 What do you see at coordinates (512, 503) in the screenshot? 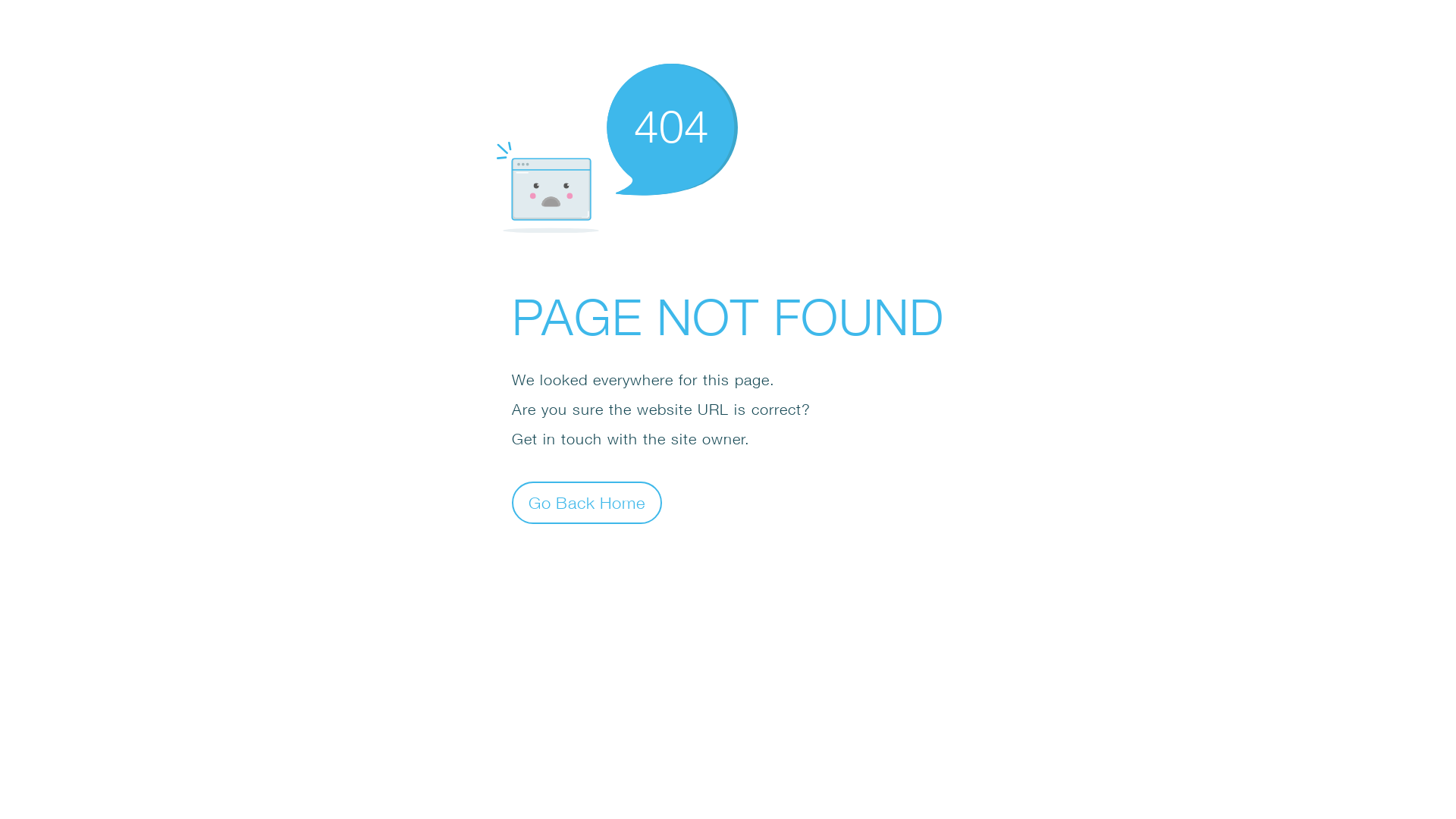
I see `'Go Back Home'` at bounding box center [512, 503].